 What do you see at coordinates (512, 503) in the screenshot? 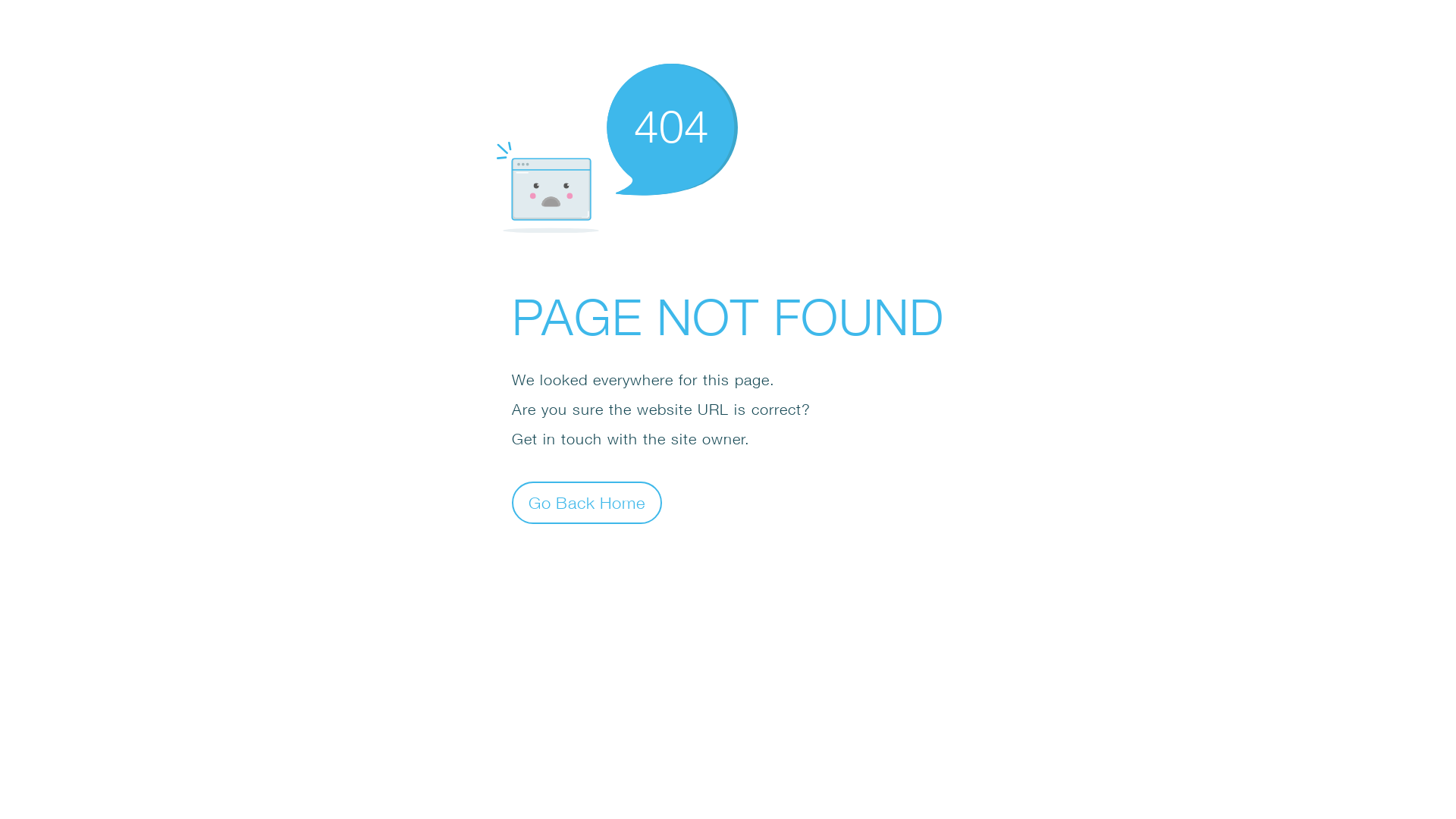
I see `'Go Back Home'` at bounding box center [512, 503].